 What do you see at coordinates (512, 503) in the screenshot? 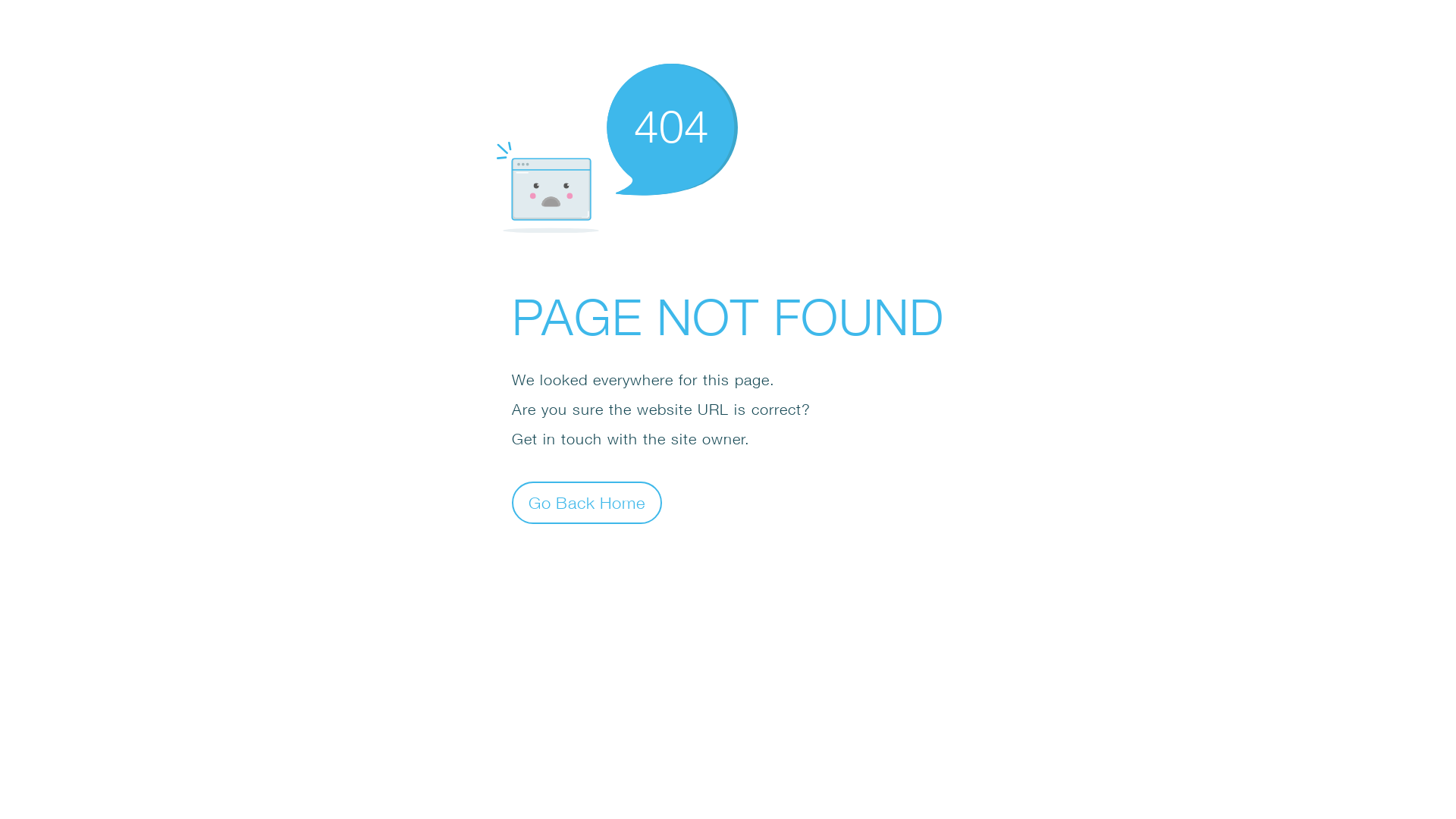
I see `'Go Back Home'` at bounding box center [512, 503].